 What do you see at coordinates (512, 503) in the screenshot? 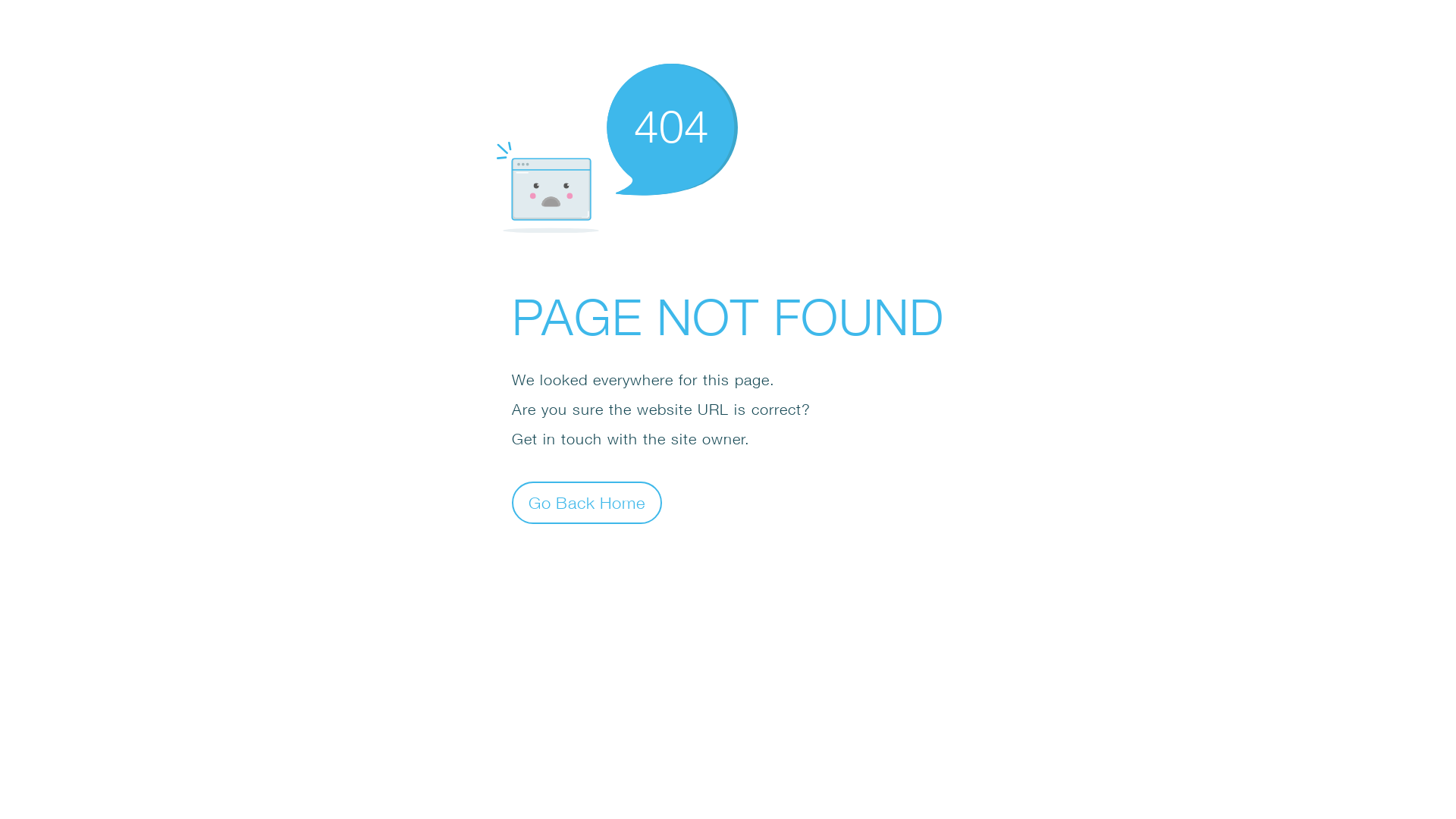
I see `'Go Back Home'` at bounding box center [512, 503].